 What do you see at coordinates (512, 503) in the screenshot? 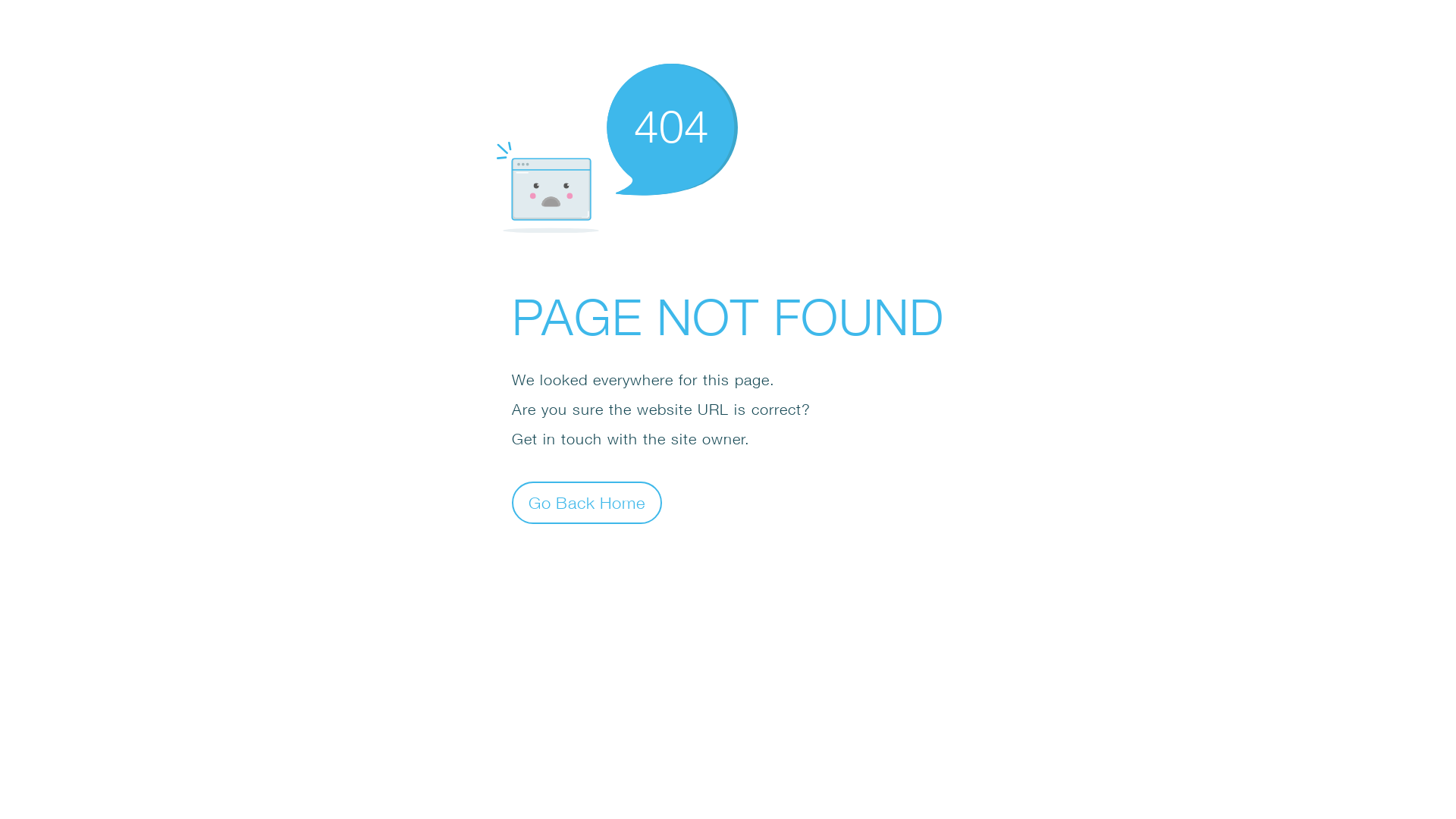
I see `'Go Back Home'` at bounding box center [512, 503].